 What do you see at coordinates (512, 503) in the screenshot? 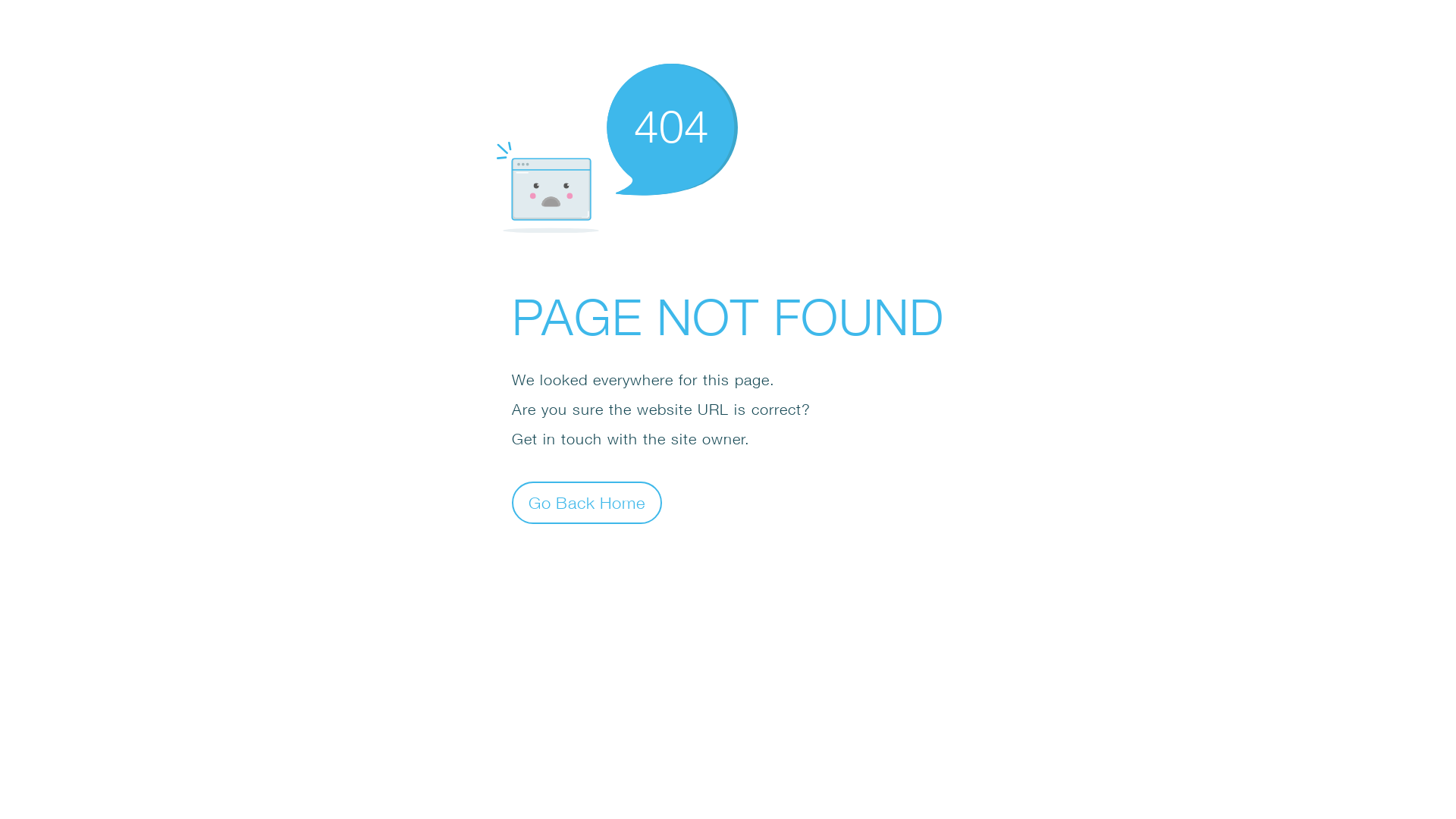
I see `'Go Back Home'` at bounding box center [512, 503].